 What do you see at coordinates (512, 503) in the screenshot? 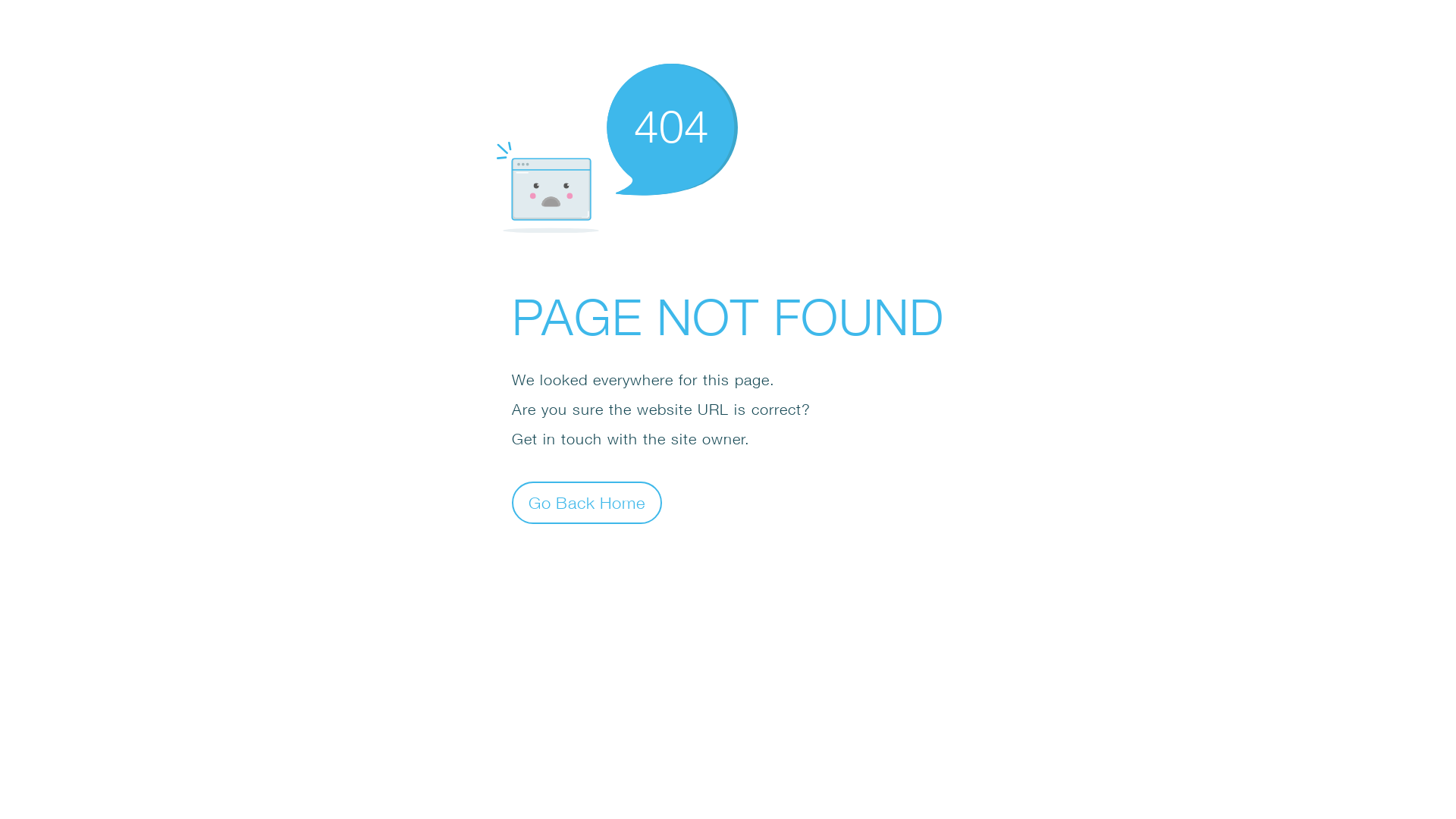
I see `'Go Back Home'` at bounding box center [512, 503].